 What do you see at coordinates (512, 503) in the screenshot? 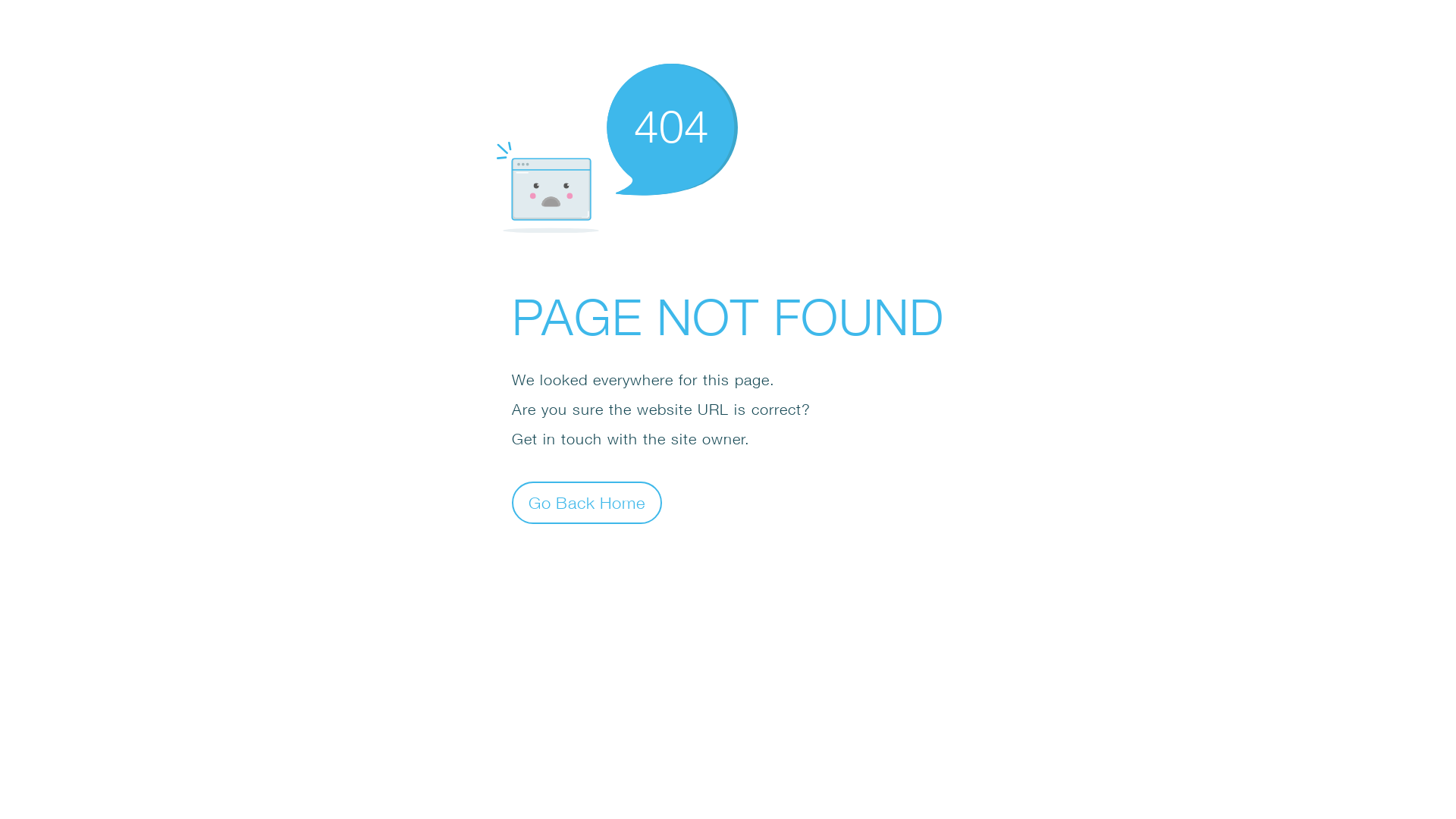
I see `'Go Back Home'` at bounding box center [512, 503].